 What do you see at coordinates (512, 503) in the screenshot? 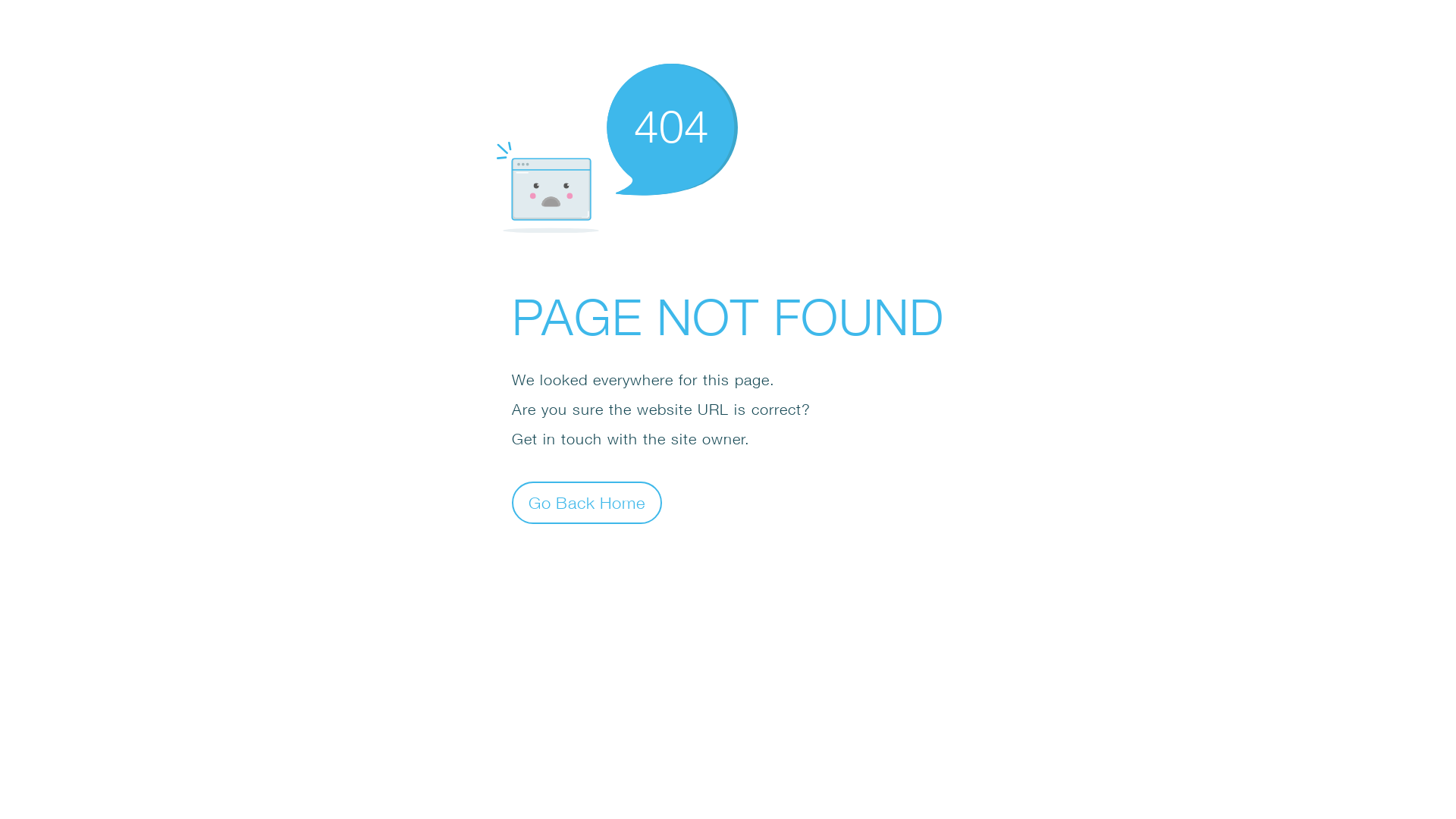
I see `'Go Back Home'` at bounding box center [512, 503].